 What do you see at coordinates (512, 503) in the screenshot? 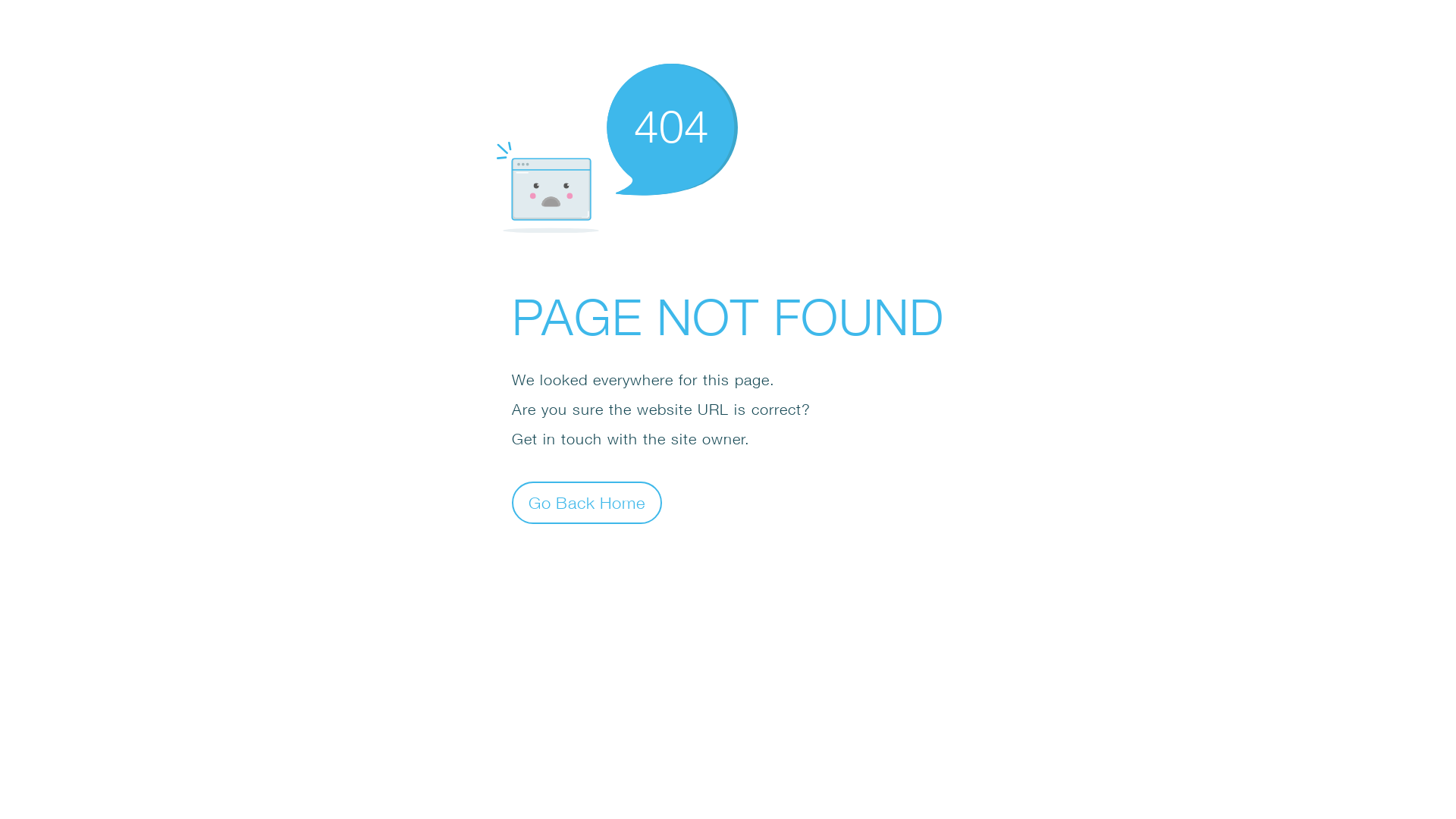
I see `'Go Back Home'` at bounding box center [512, 503].